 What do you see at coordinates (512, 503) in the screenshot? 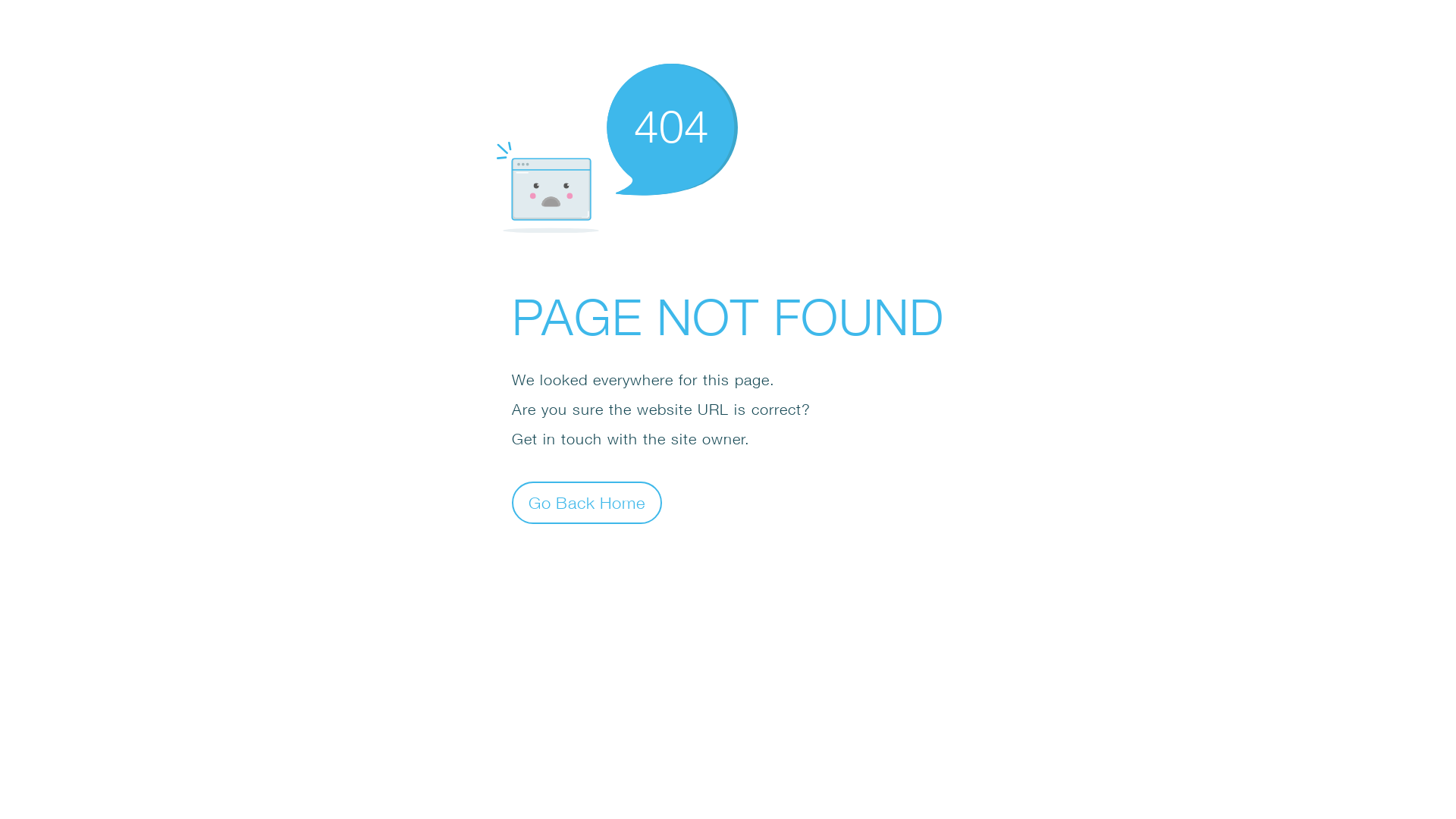
I see `'Go Back Home'` at bounding box center [512, 503].